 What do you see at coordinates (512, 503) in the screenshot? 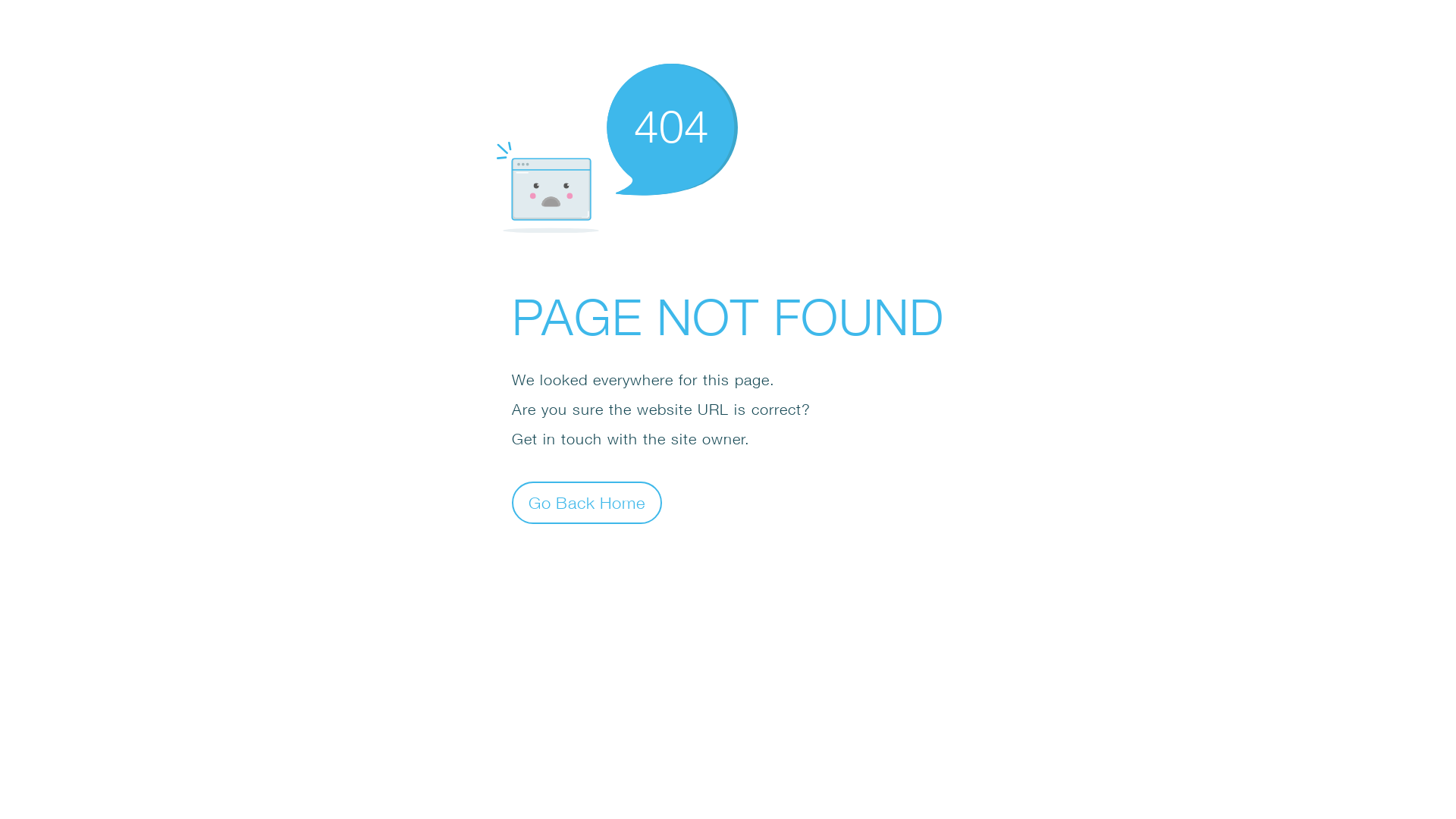
I see `'Go Back Home'` at bounding box center [512, 503].